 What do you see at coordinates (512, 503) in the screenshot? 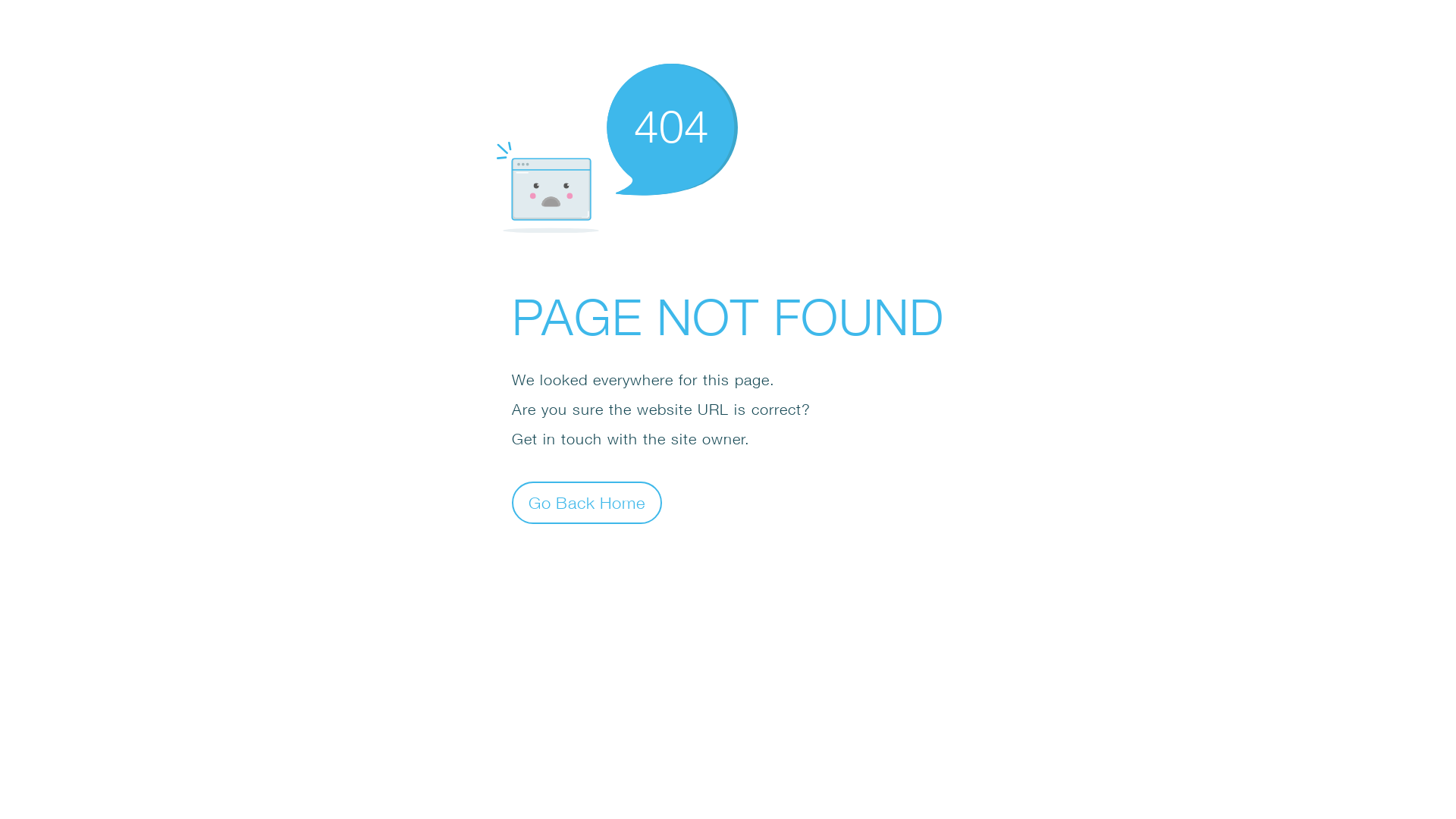
I see `'Go Back Home'` at bounding box center [512, 503].